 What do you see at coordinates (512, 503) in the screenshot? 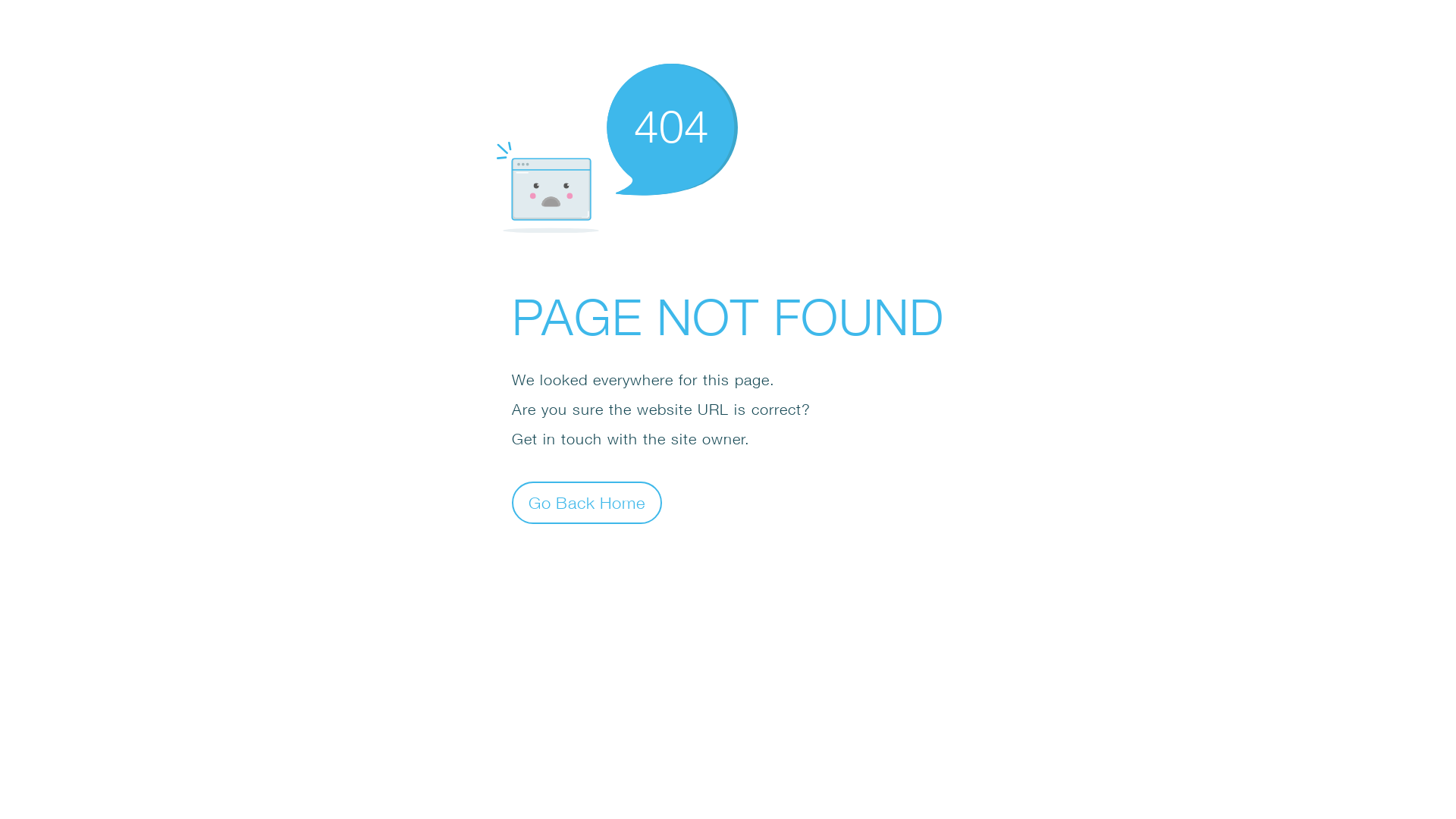
I see `'Go Back Home'` at bounding box center [512, 503].